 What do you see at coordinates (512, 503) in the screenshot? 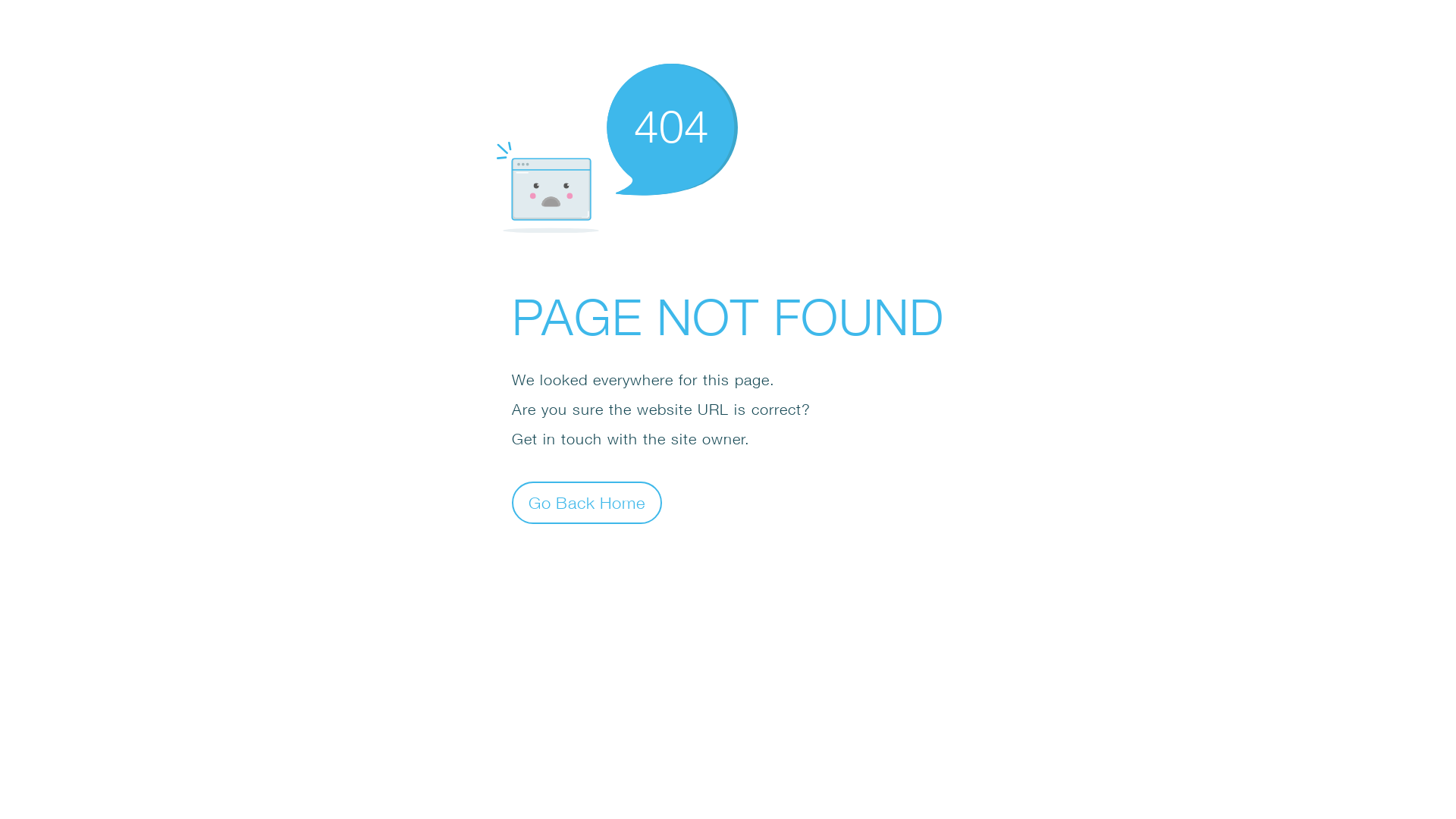
I see `'Go Back Home'` at bounding box center [512, 503].